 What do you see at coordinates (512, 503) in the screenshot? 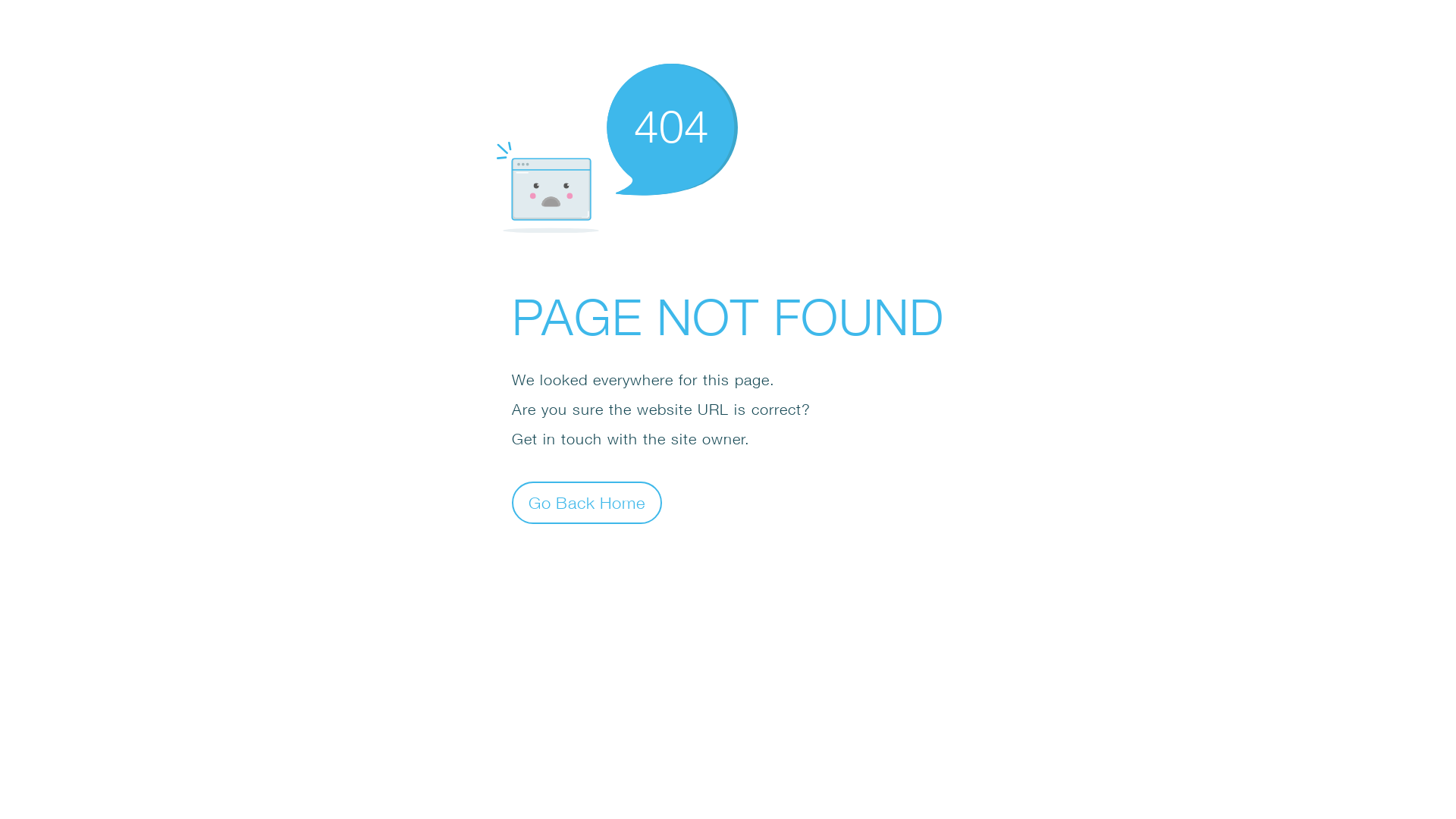
I see `'Go Back Home'` at bounding box center [512, 503].